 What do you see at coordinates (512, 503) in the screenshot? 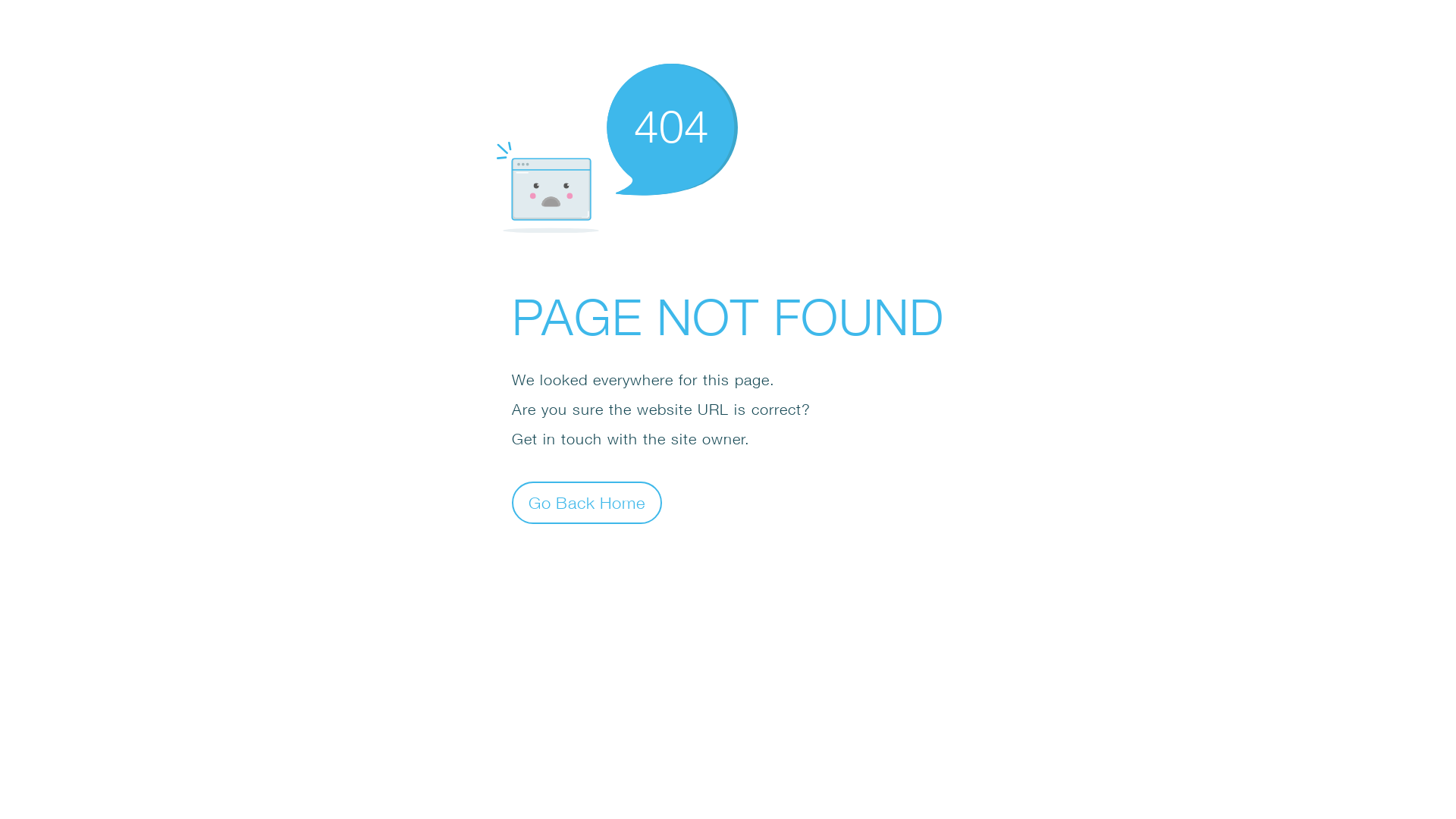
I see `'Go Back Home'` at bounding box center [512, 503].